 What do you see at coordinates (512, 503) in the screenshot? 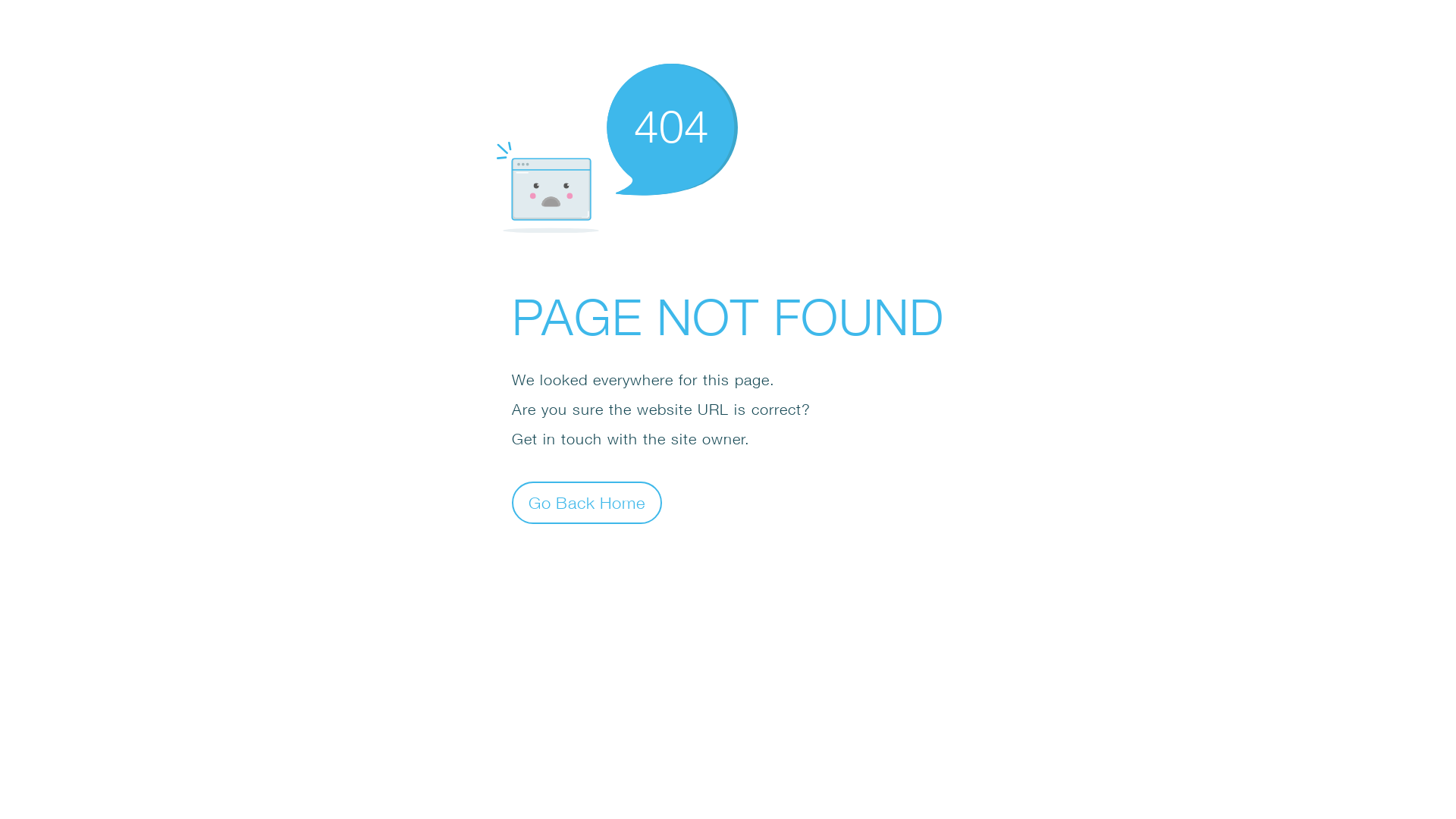
I see `'Go Back Home'` at bounding box center [512, 503].